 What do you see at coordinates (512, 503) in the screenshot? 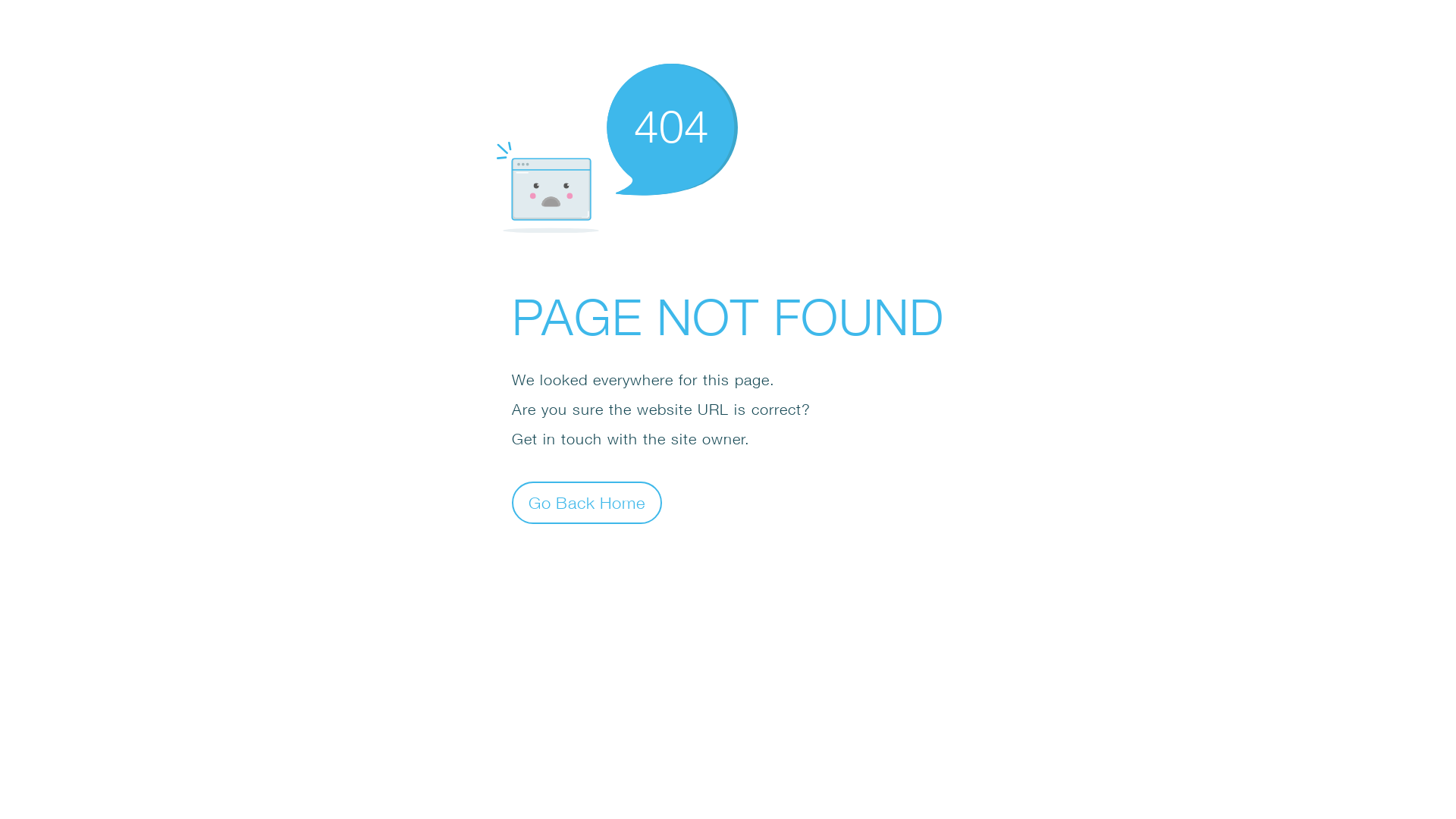
I see `'Go Back Home'` at bounding box center [512, 503].